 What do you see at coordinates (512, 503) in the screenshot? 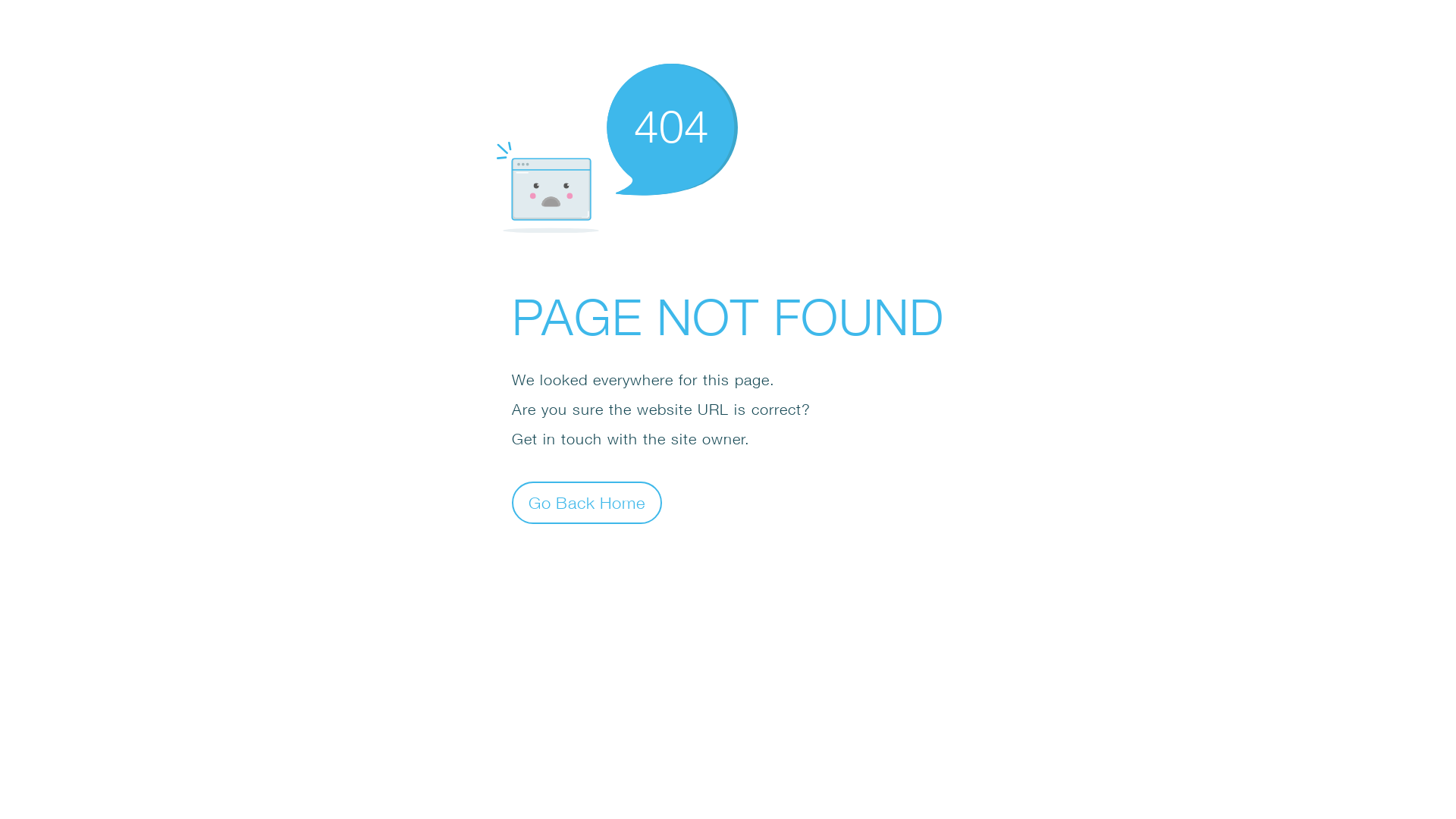
I see `'Go Back Home'` at bounding box center [512, 503].